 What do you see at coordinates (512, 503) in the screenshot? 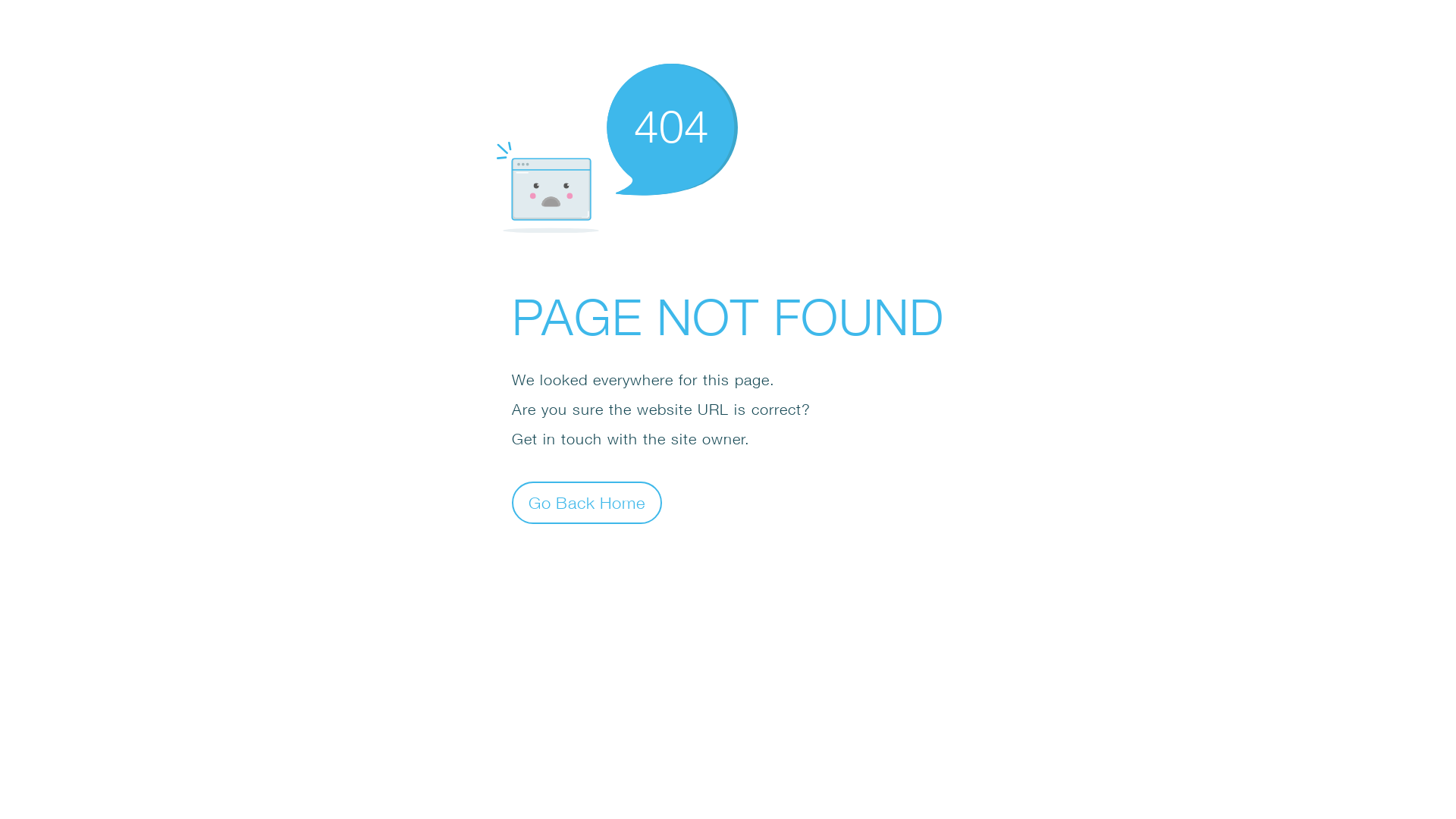
I see `'Go Back Home'` at bounding box center [512, 503].